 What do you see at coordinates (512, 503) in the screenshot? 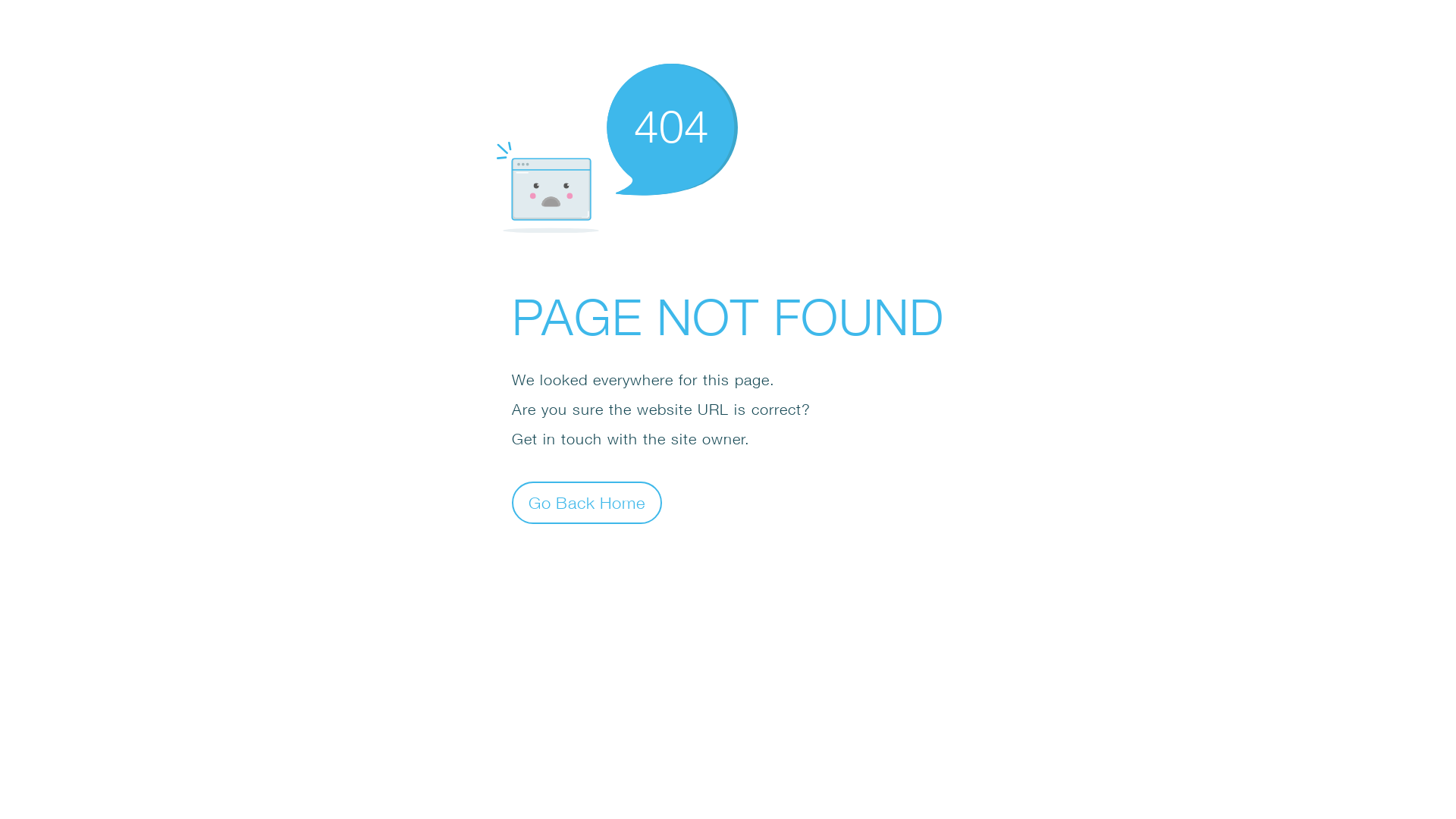
I see `'Go Back Home'` at bounding box center [512, 503].